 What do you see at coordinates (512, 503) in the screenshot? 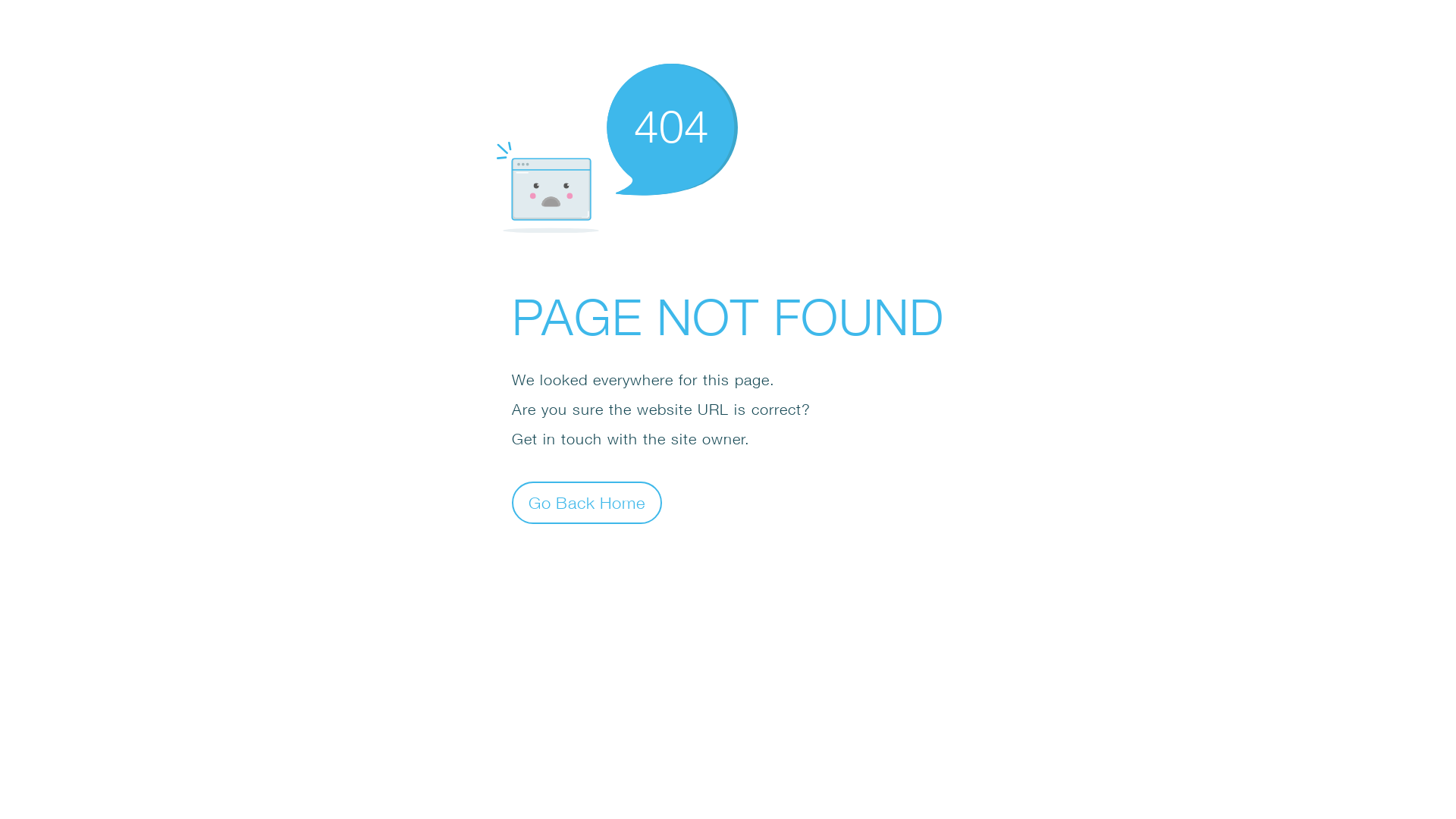
I see `'Go Back Home'` at bounding box center [512, 503].